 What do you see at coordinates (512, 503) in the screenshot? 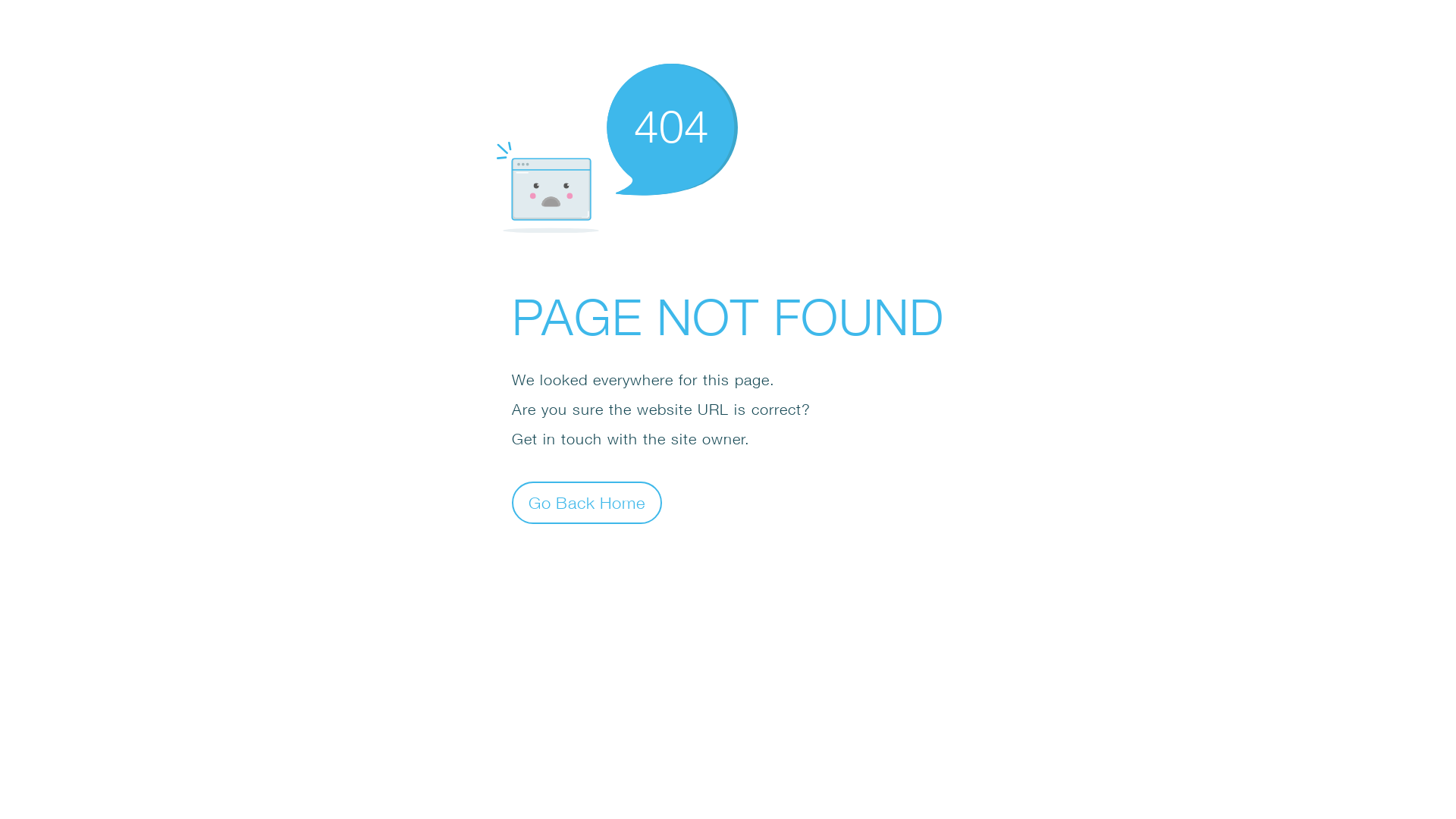
I see `'Go Back Home'` at bounding box center [512, 503].